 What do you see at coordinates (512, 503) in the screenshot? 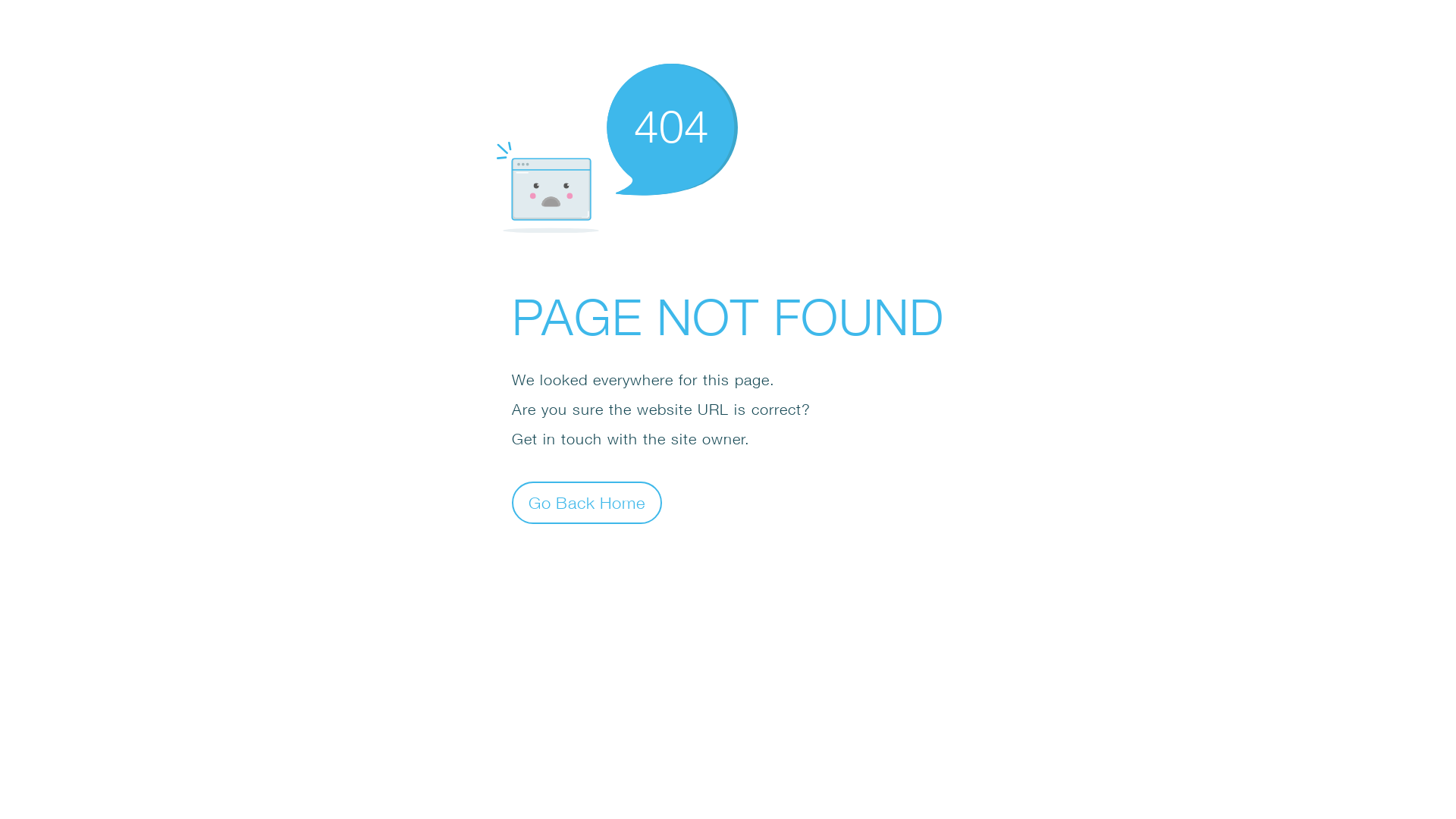
I see `'Go Back Home'` at bounding box center [512, 503].